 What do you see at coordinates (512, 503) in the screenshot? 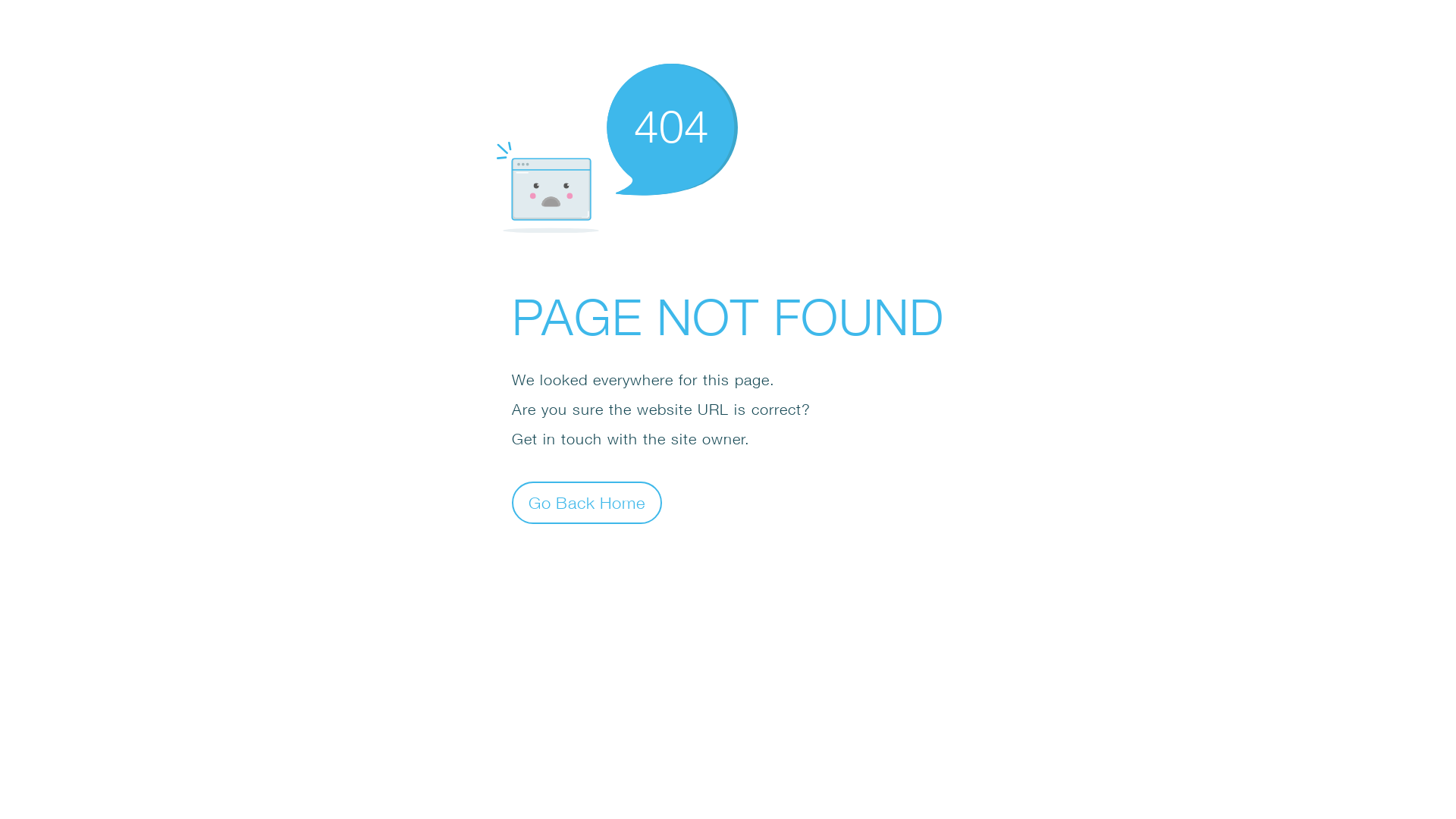
I see `'Go Back Home'` at bounding box center [512, 503].